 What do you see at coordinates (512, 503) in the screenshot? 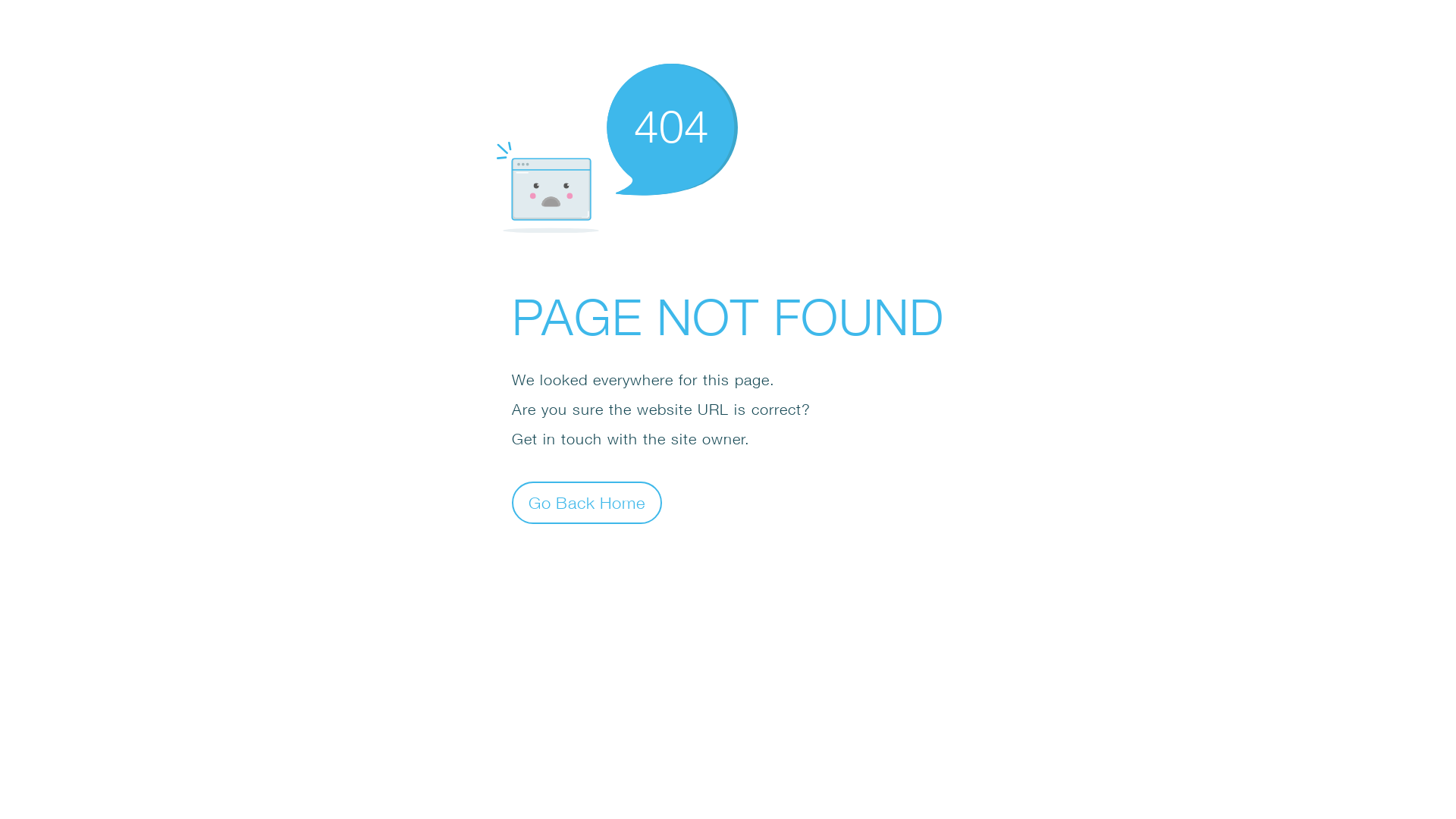
I see `'Go Back Home'` at bounding box center [512, 503].